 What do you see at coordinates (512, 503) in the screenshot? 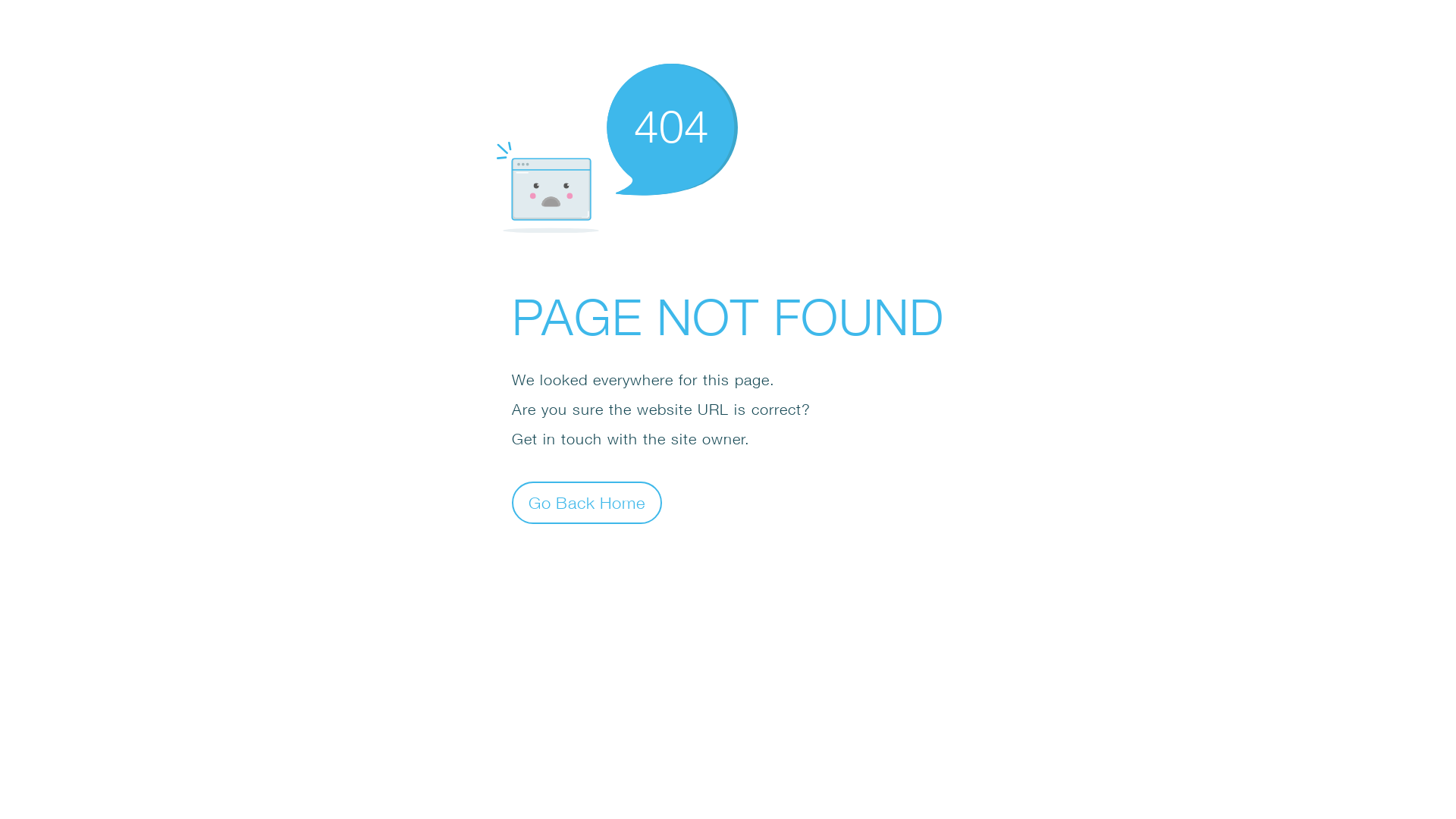
I see `'Go Back Home'` at bounding box center [512, 503].